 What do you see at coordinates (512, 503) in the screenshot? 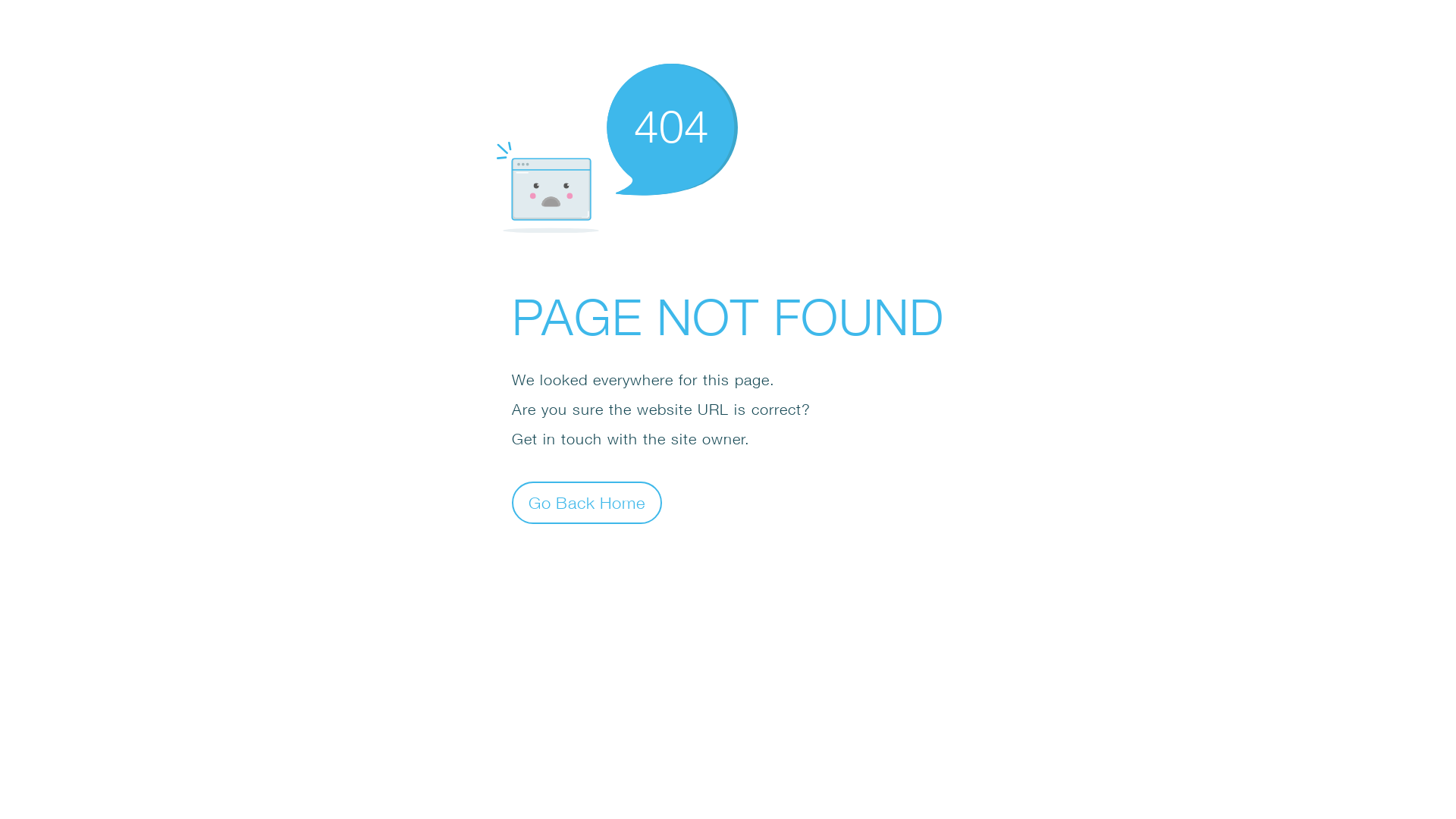
I see `'Go Back Home'` at bounding box center [512, 503].